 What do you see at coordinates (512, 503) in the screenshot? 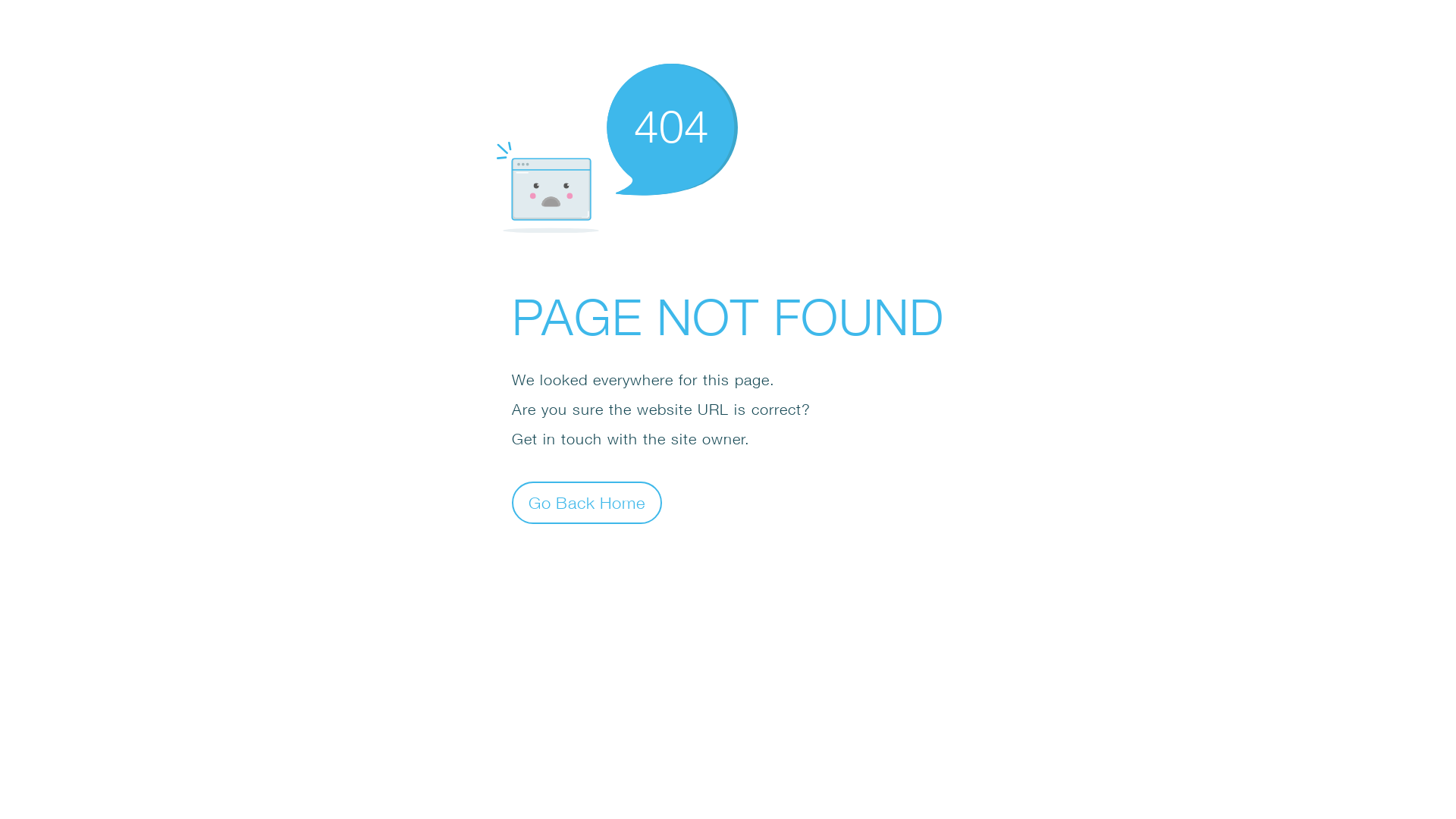
I see `'Go Back Home'` at bounding box center [512, 503].